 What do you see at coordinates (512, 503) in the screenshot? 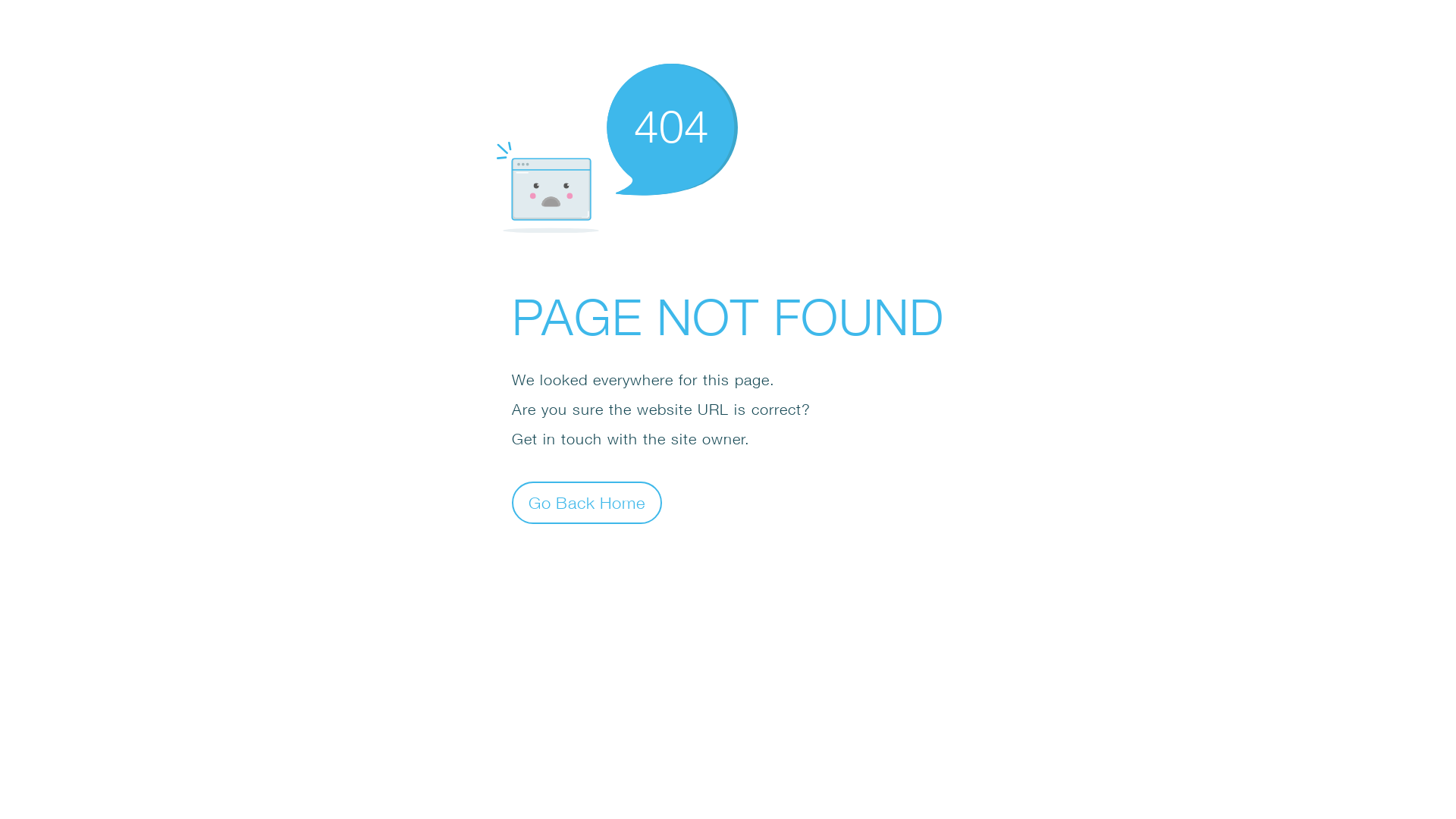
I see `'Go Back Home'` at bounding box center [512, 503].